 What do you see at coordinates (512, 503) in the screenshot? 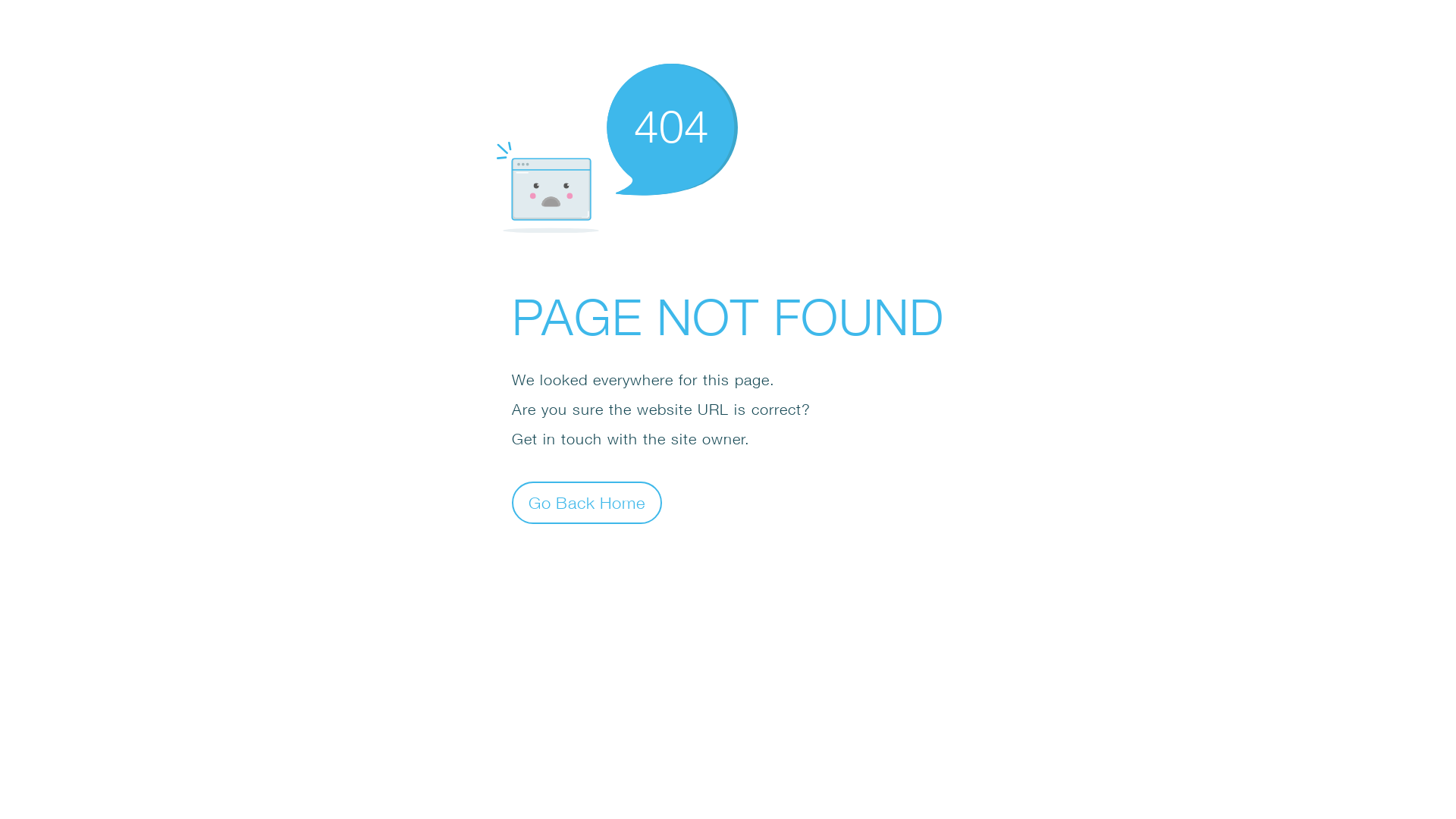
I see `'Go Back Home'` at bounding box center [512, 503].